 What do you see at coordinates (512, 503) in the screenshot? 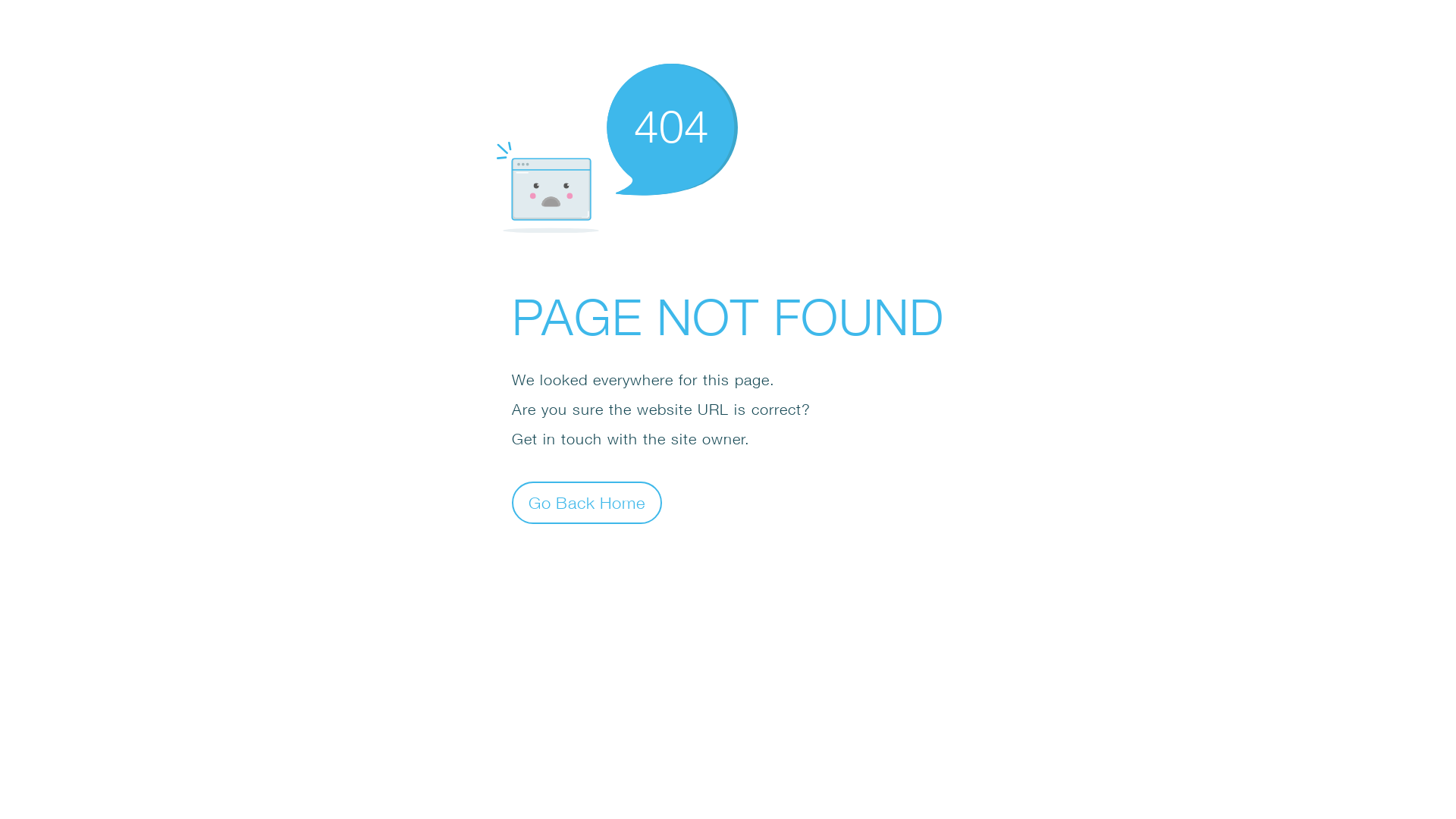
I see `'Go Back Home'` at bounding box center [512, 503].